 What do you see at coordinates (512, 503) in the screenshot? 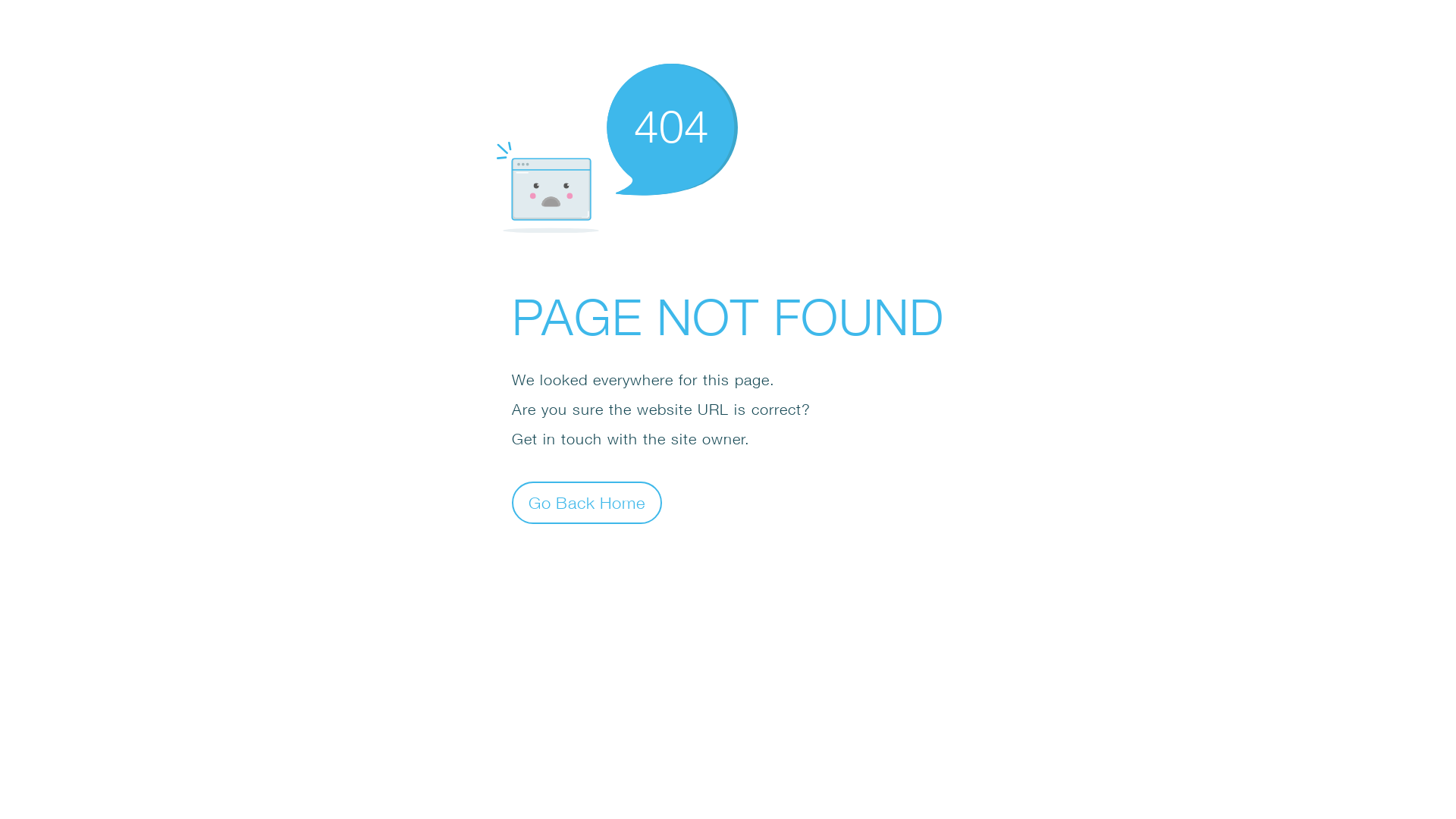
I see `'Go Back Home'` at bounding box center [512, 503].